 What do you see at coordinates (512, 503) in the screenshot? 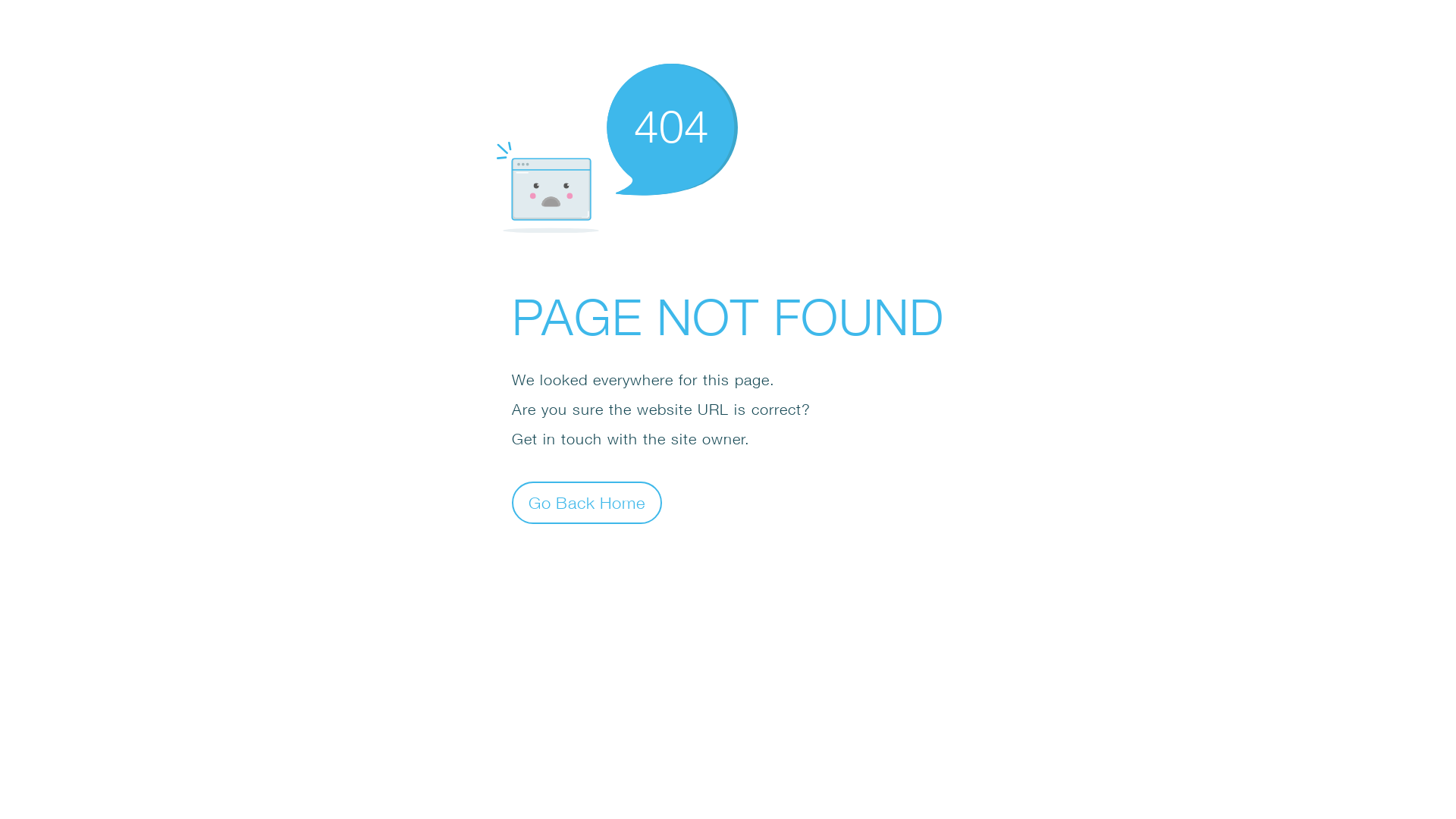
I see `'Go Back Home'` at bounding box center [512, 503].